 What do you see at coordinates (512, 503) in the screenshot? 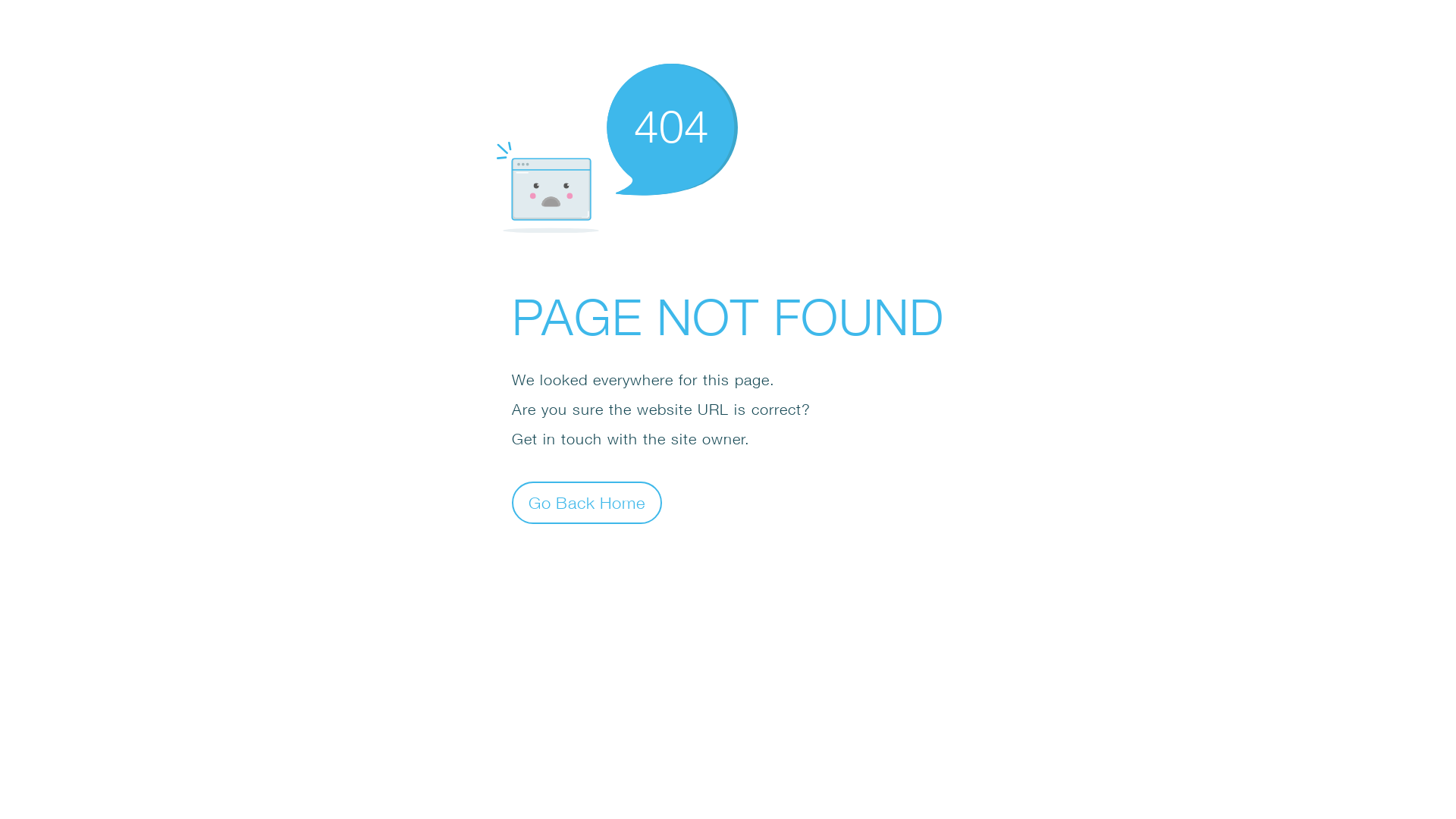
I see `'Go Back Home'` at bounding box center [512, 503].